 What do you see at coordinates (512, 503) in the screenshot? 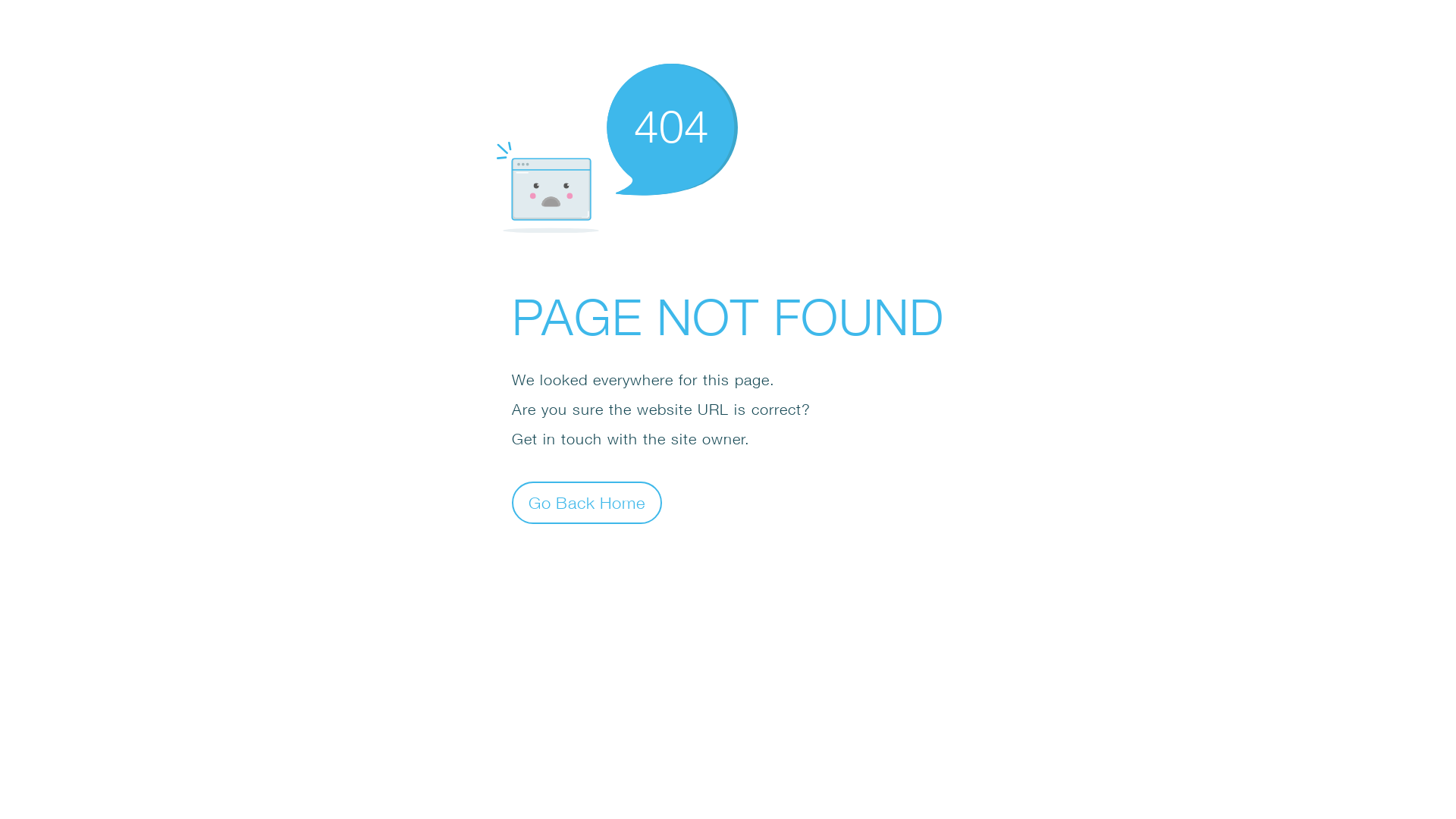
I see `'Go Back Home'` at bounding box center [512, 503].